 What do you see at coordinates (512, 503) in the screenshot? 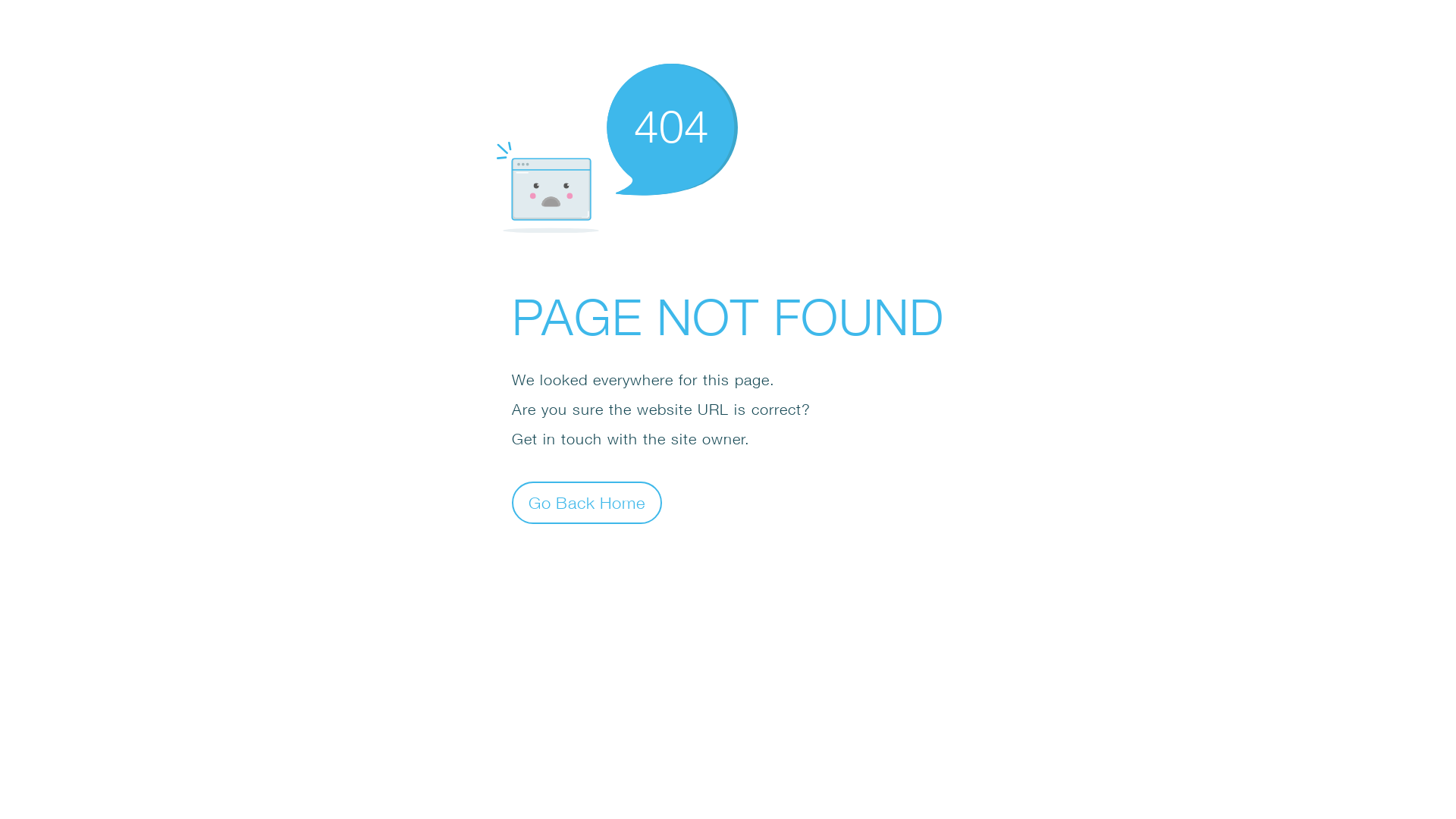
I see `'Go Back Home'` at bounding box center [512, 503].